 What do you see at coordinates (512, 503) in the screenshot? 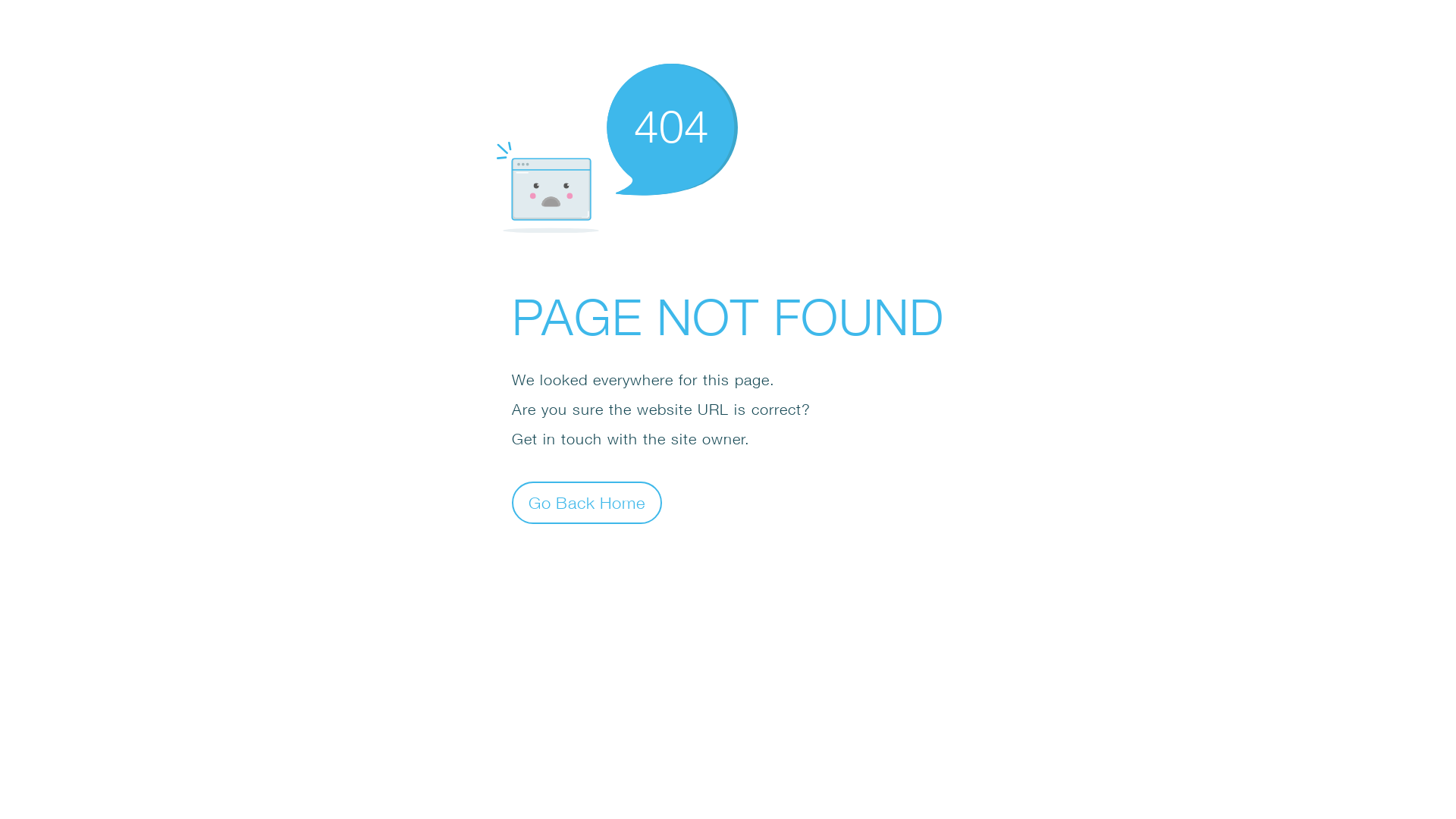
I see `'Go Back Home'` at bounding box center [512, 503].